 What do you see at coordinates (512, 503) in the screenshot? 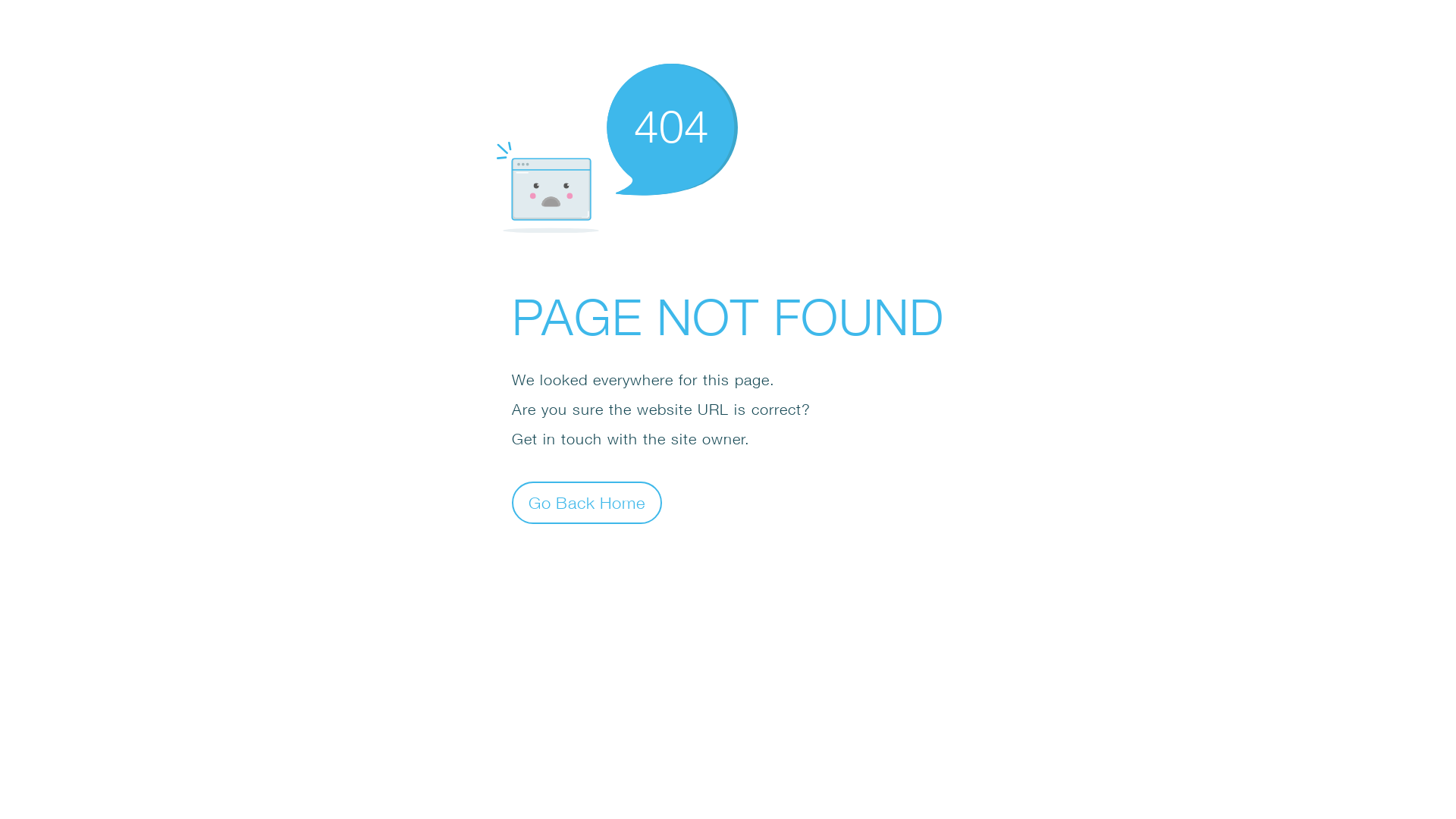
I see `'Go Back Home'` at bounding box center [512, 503].